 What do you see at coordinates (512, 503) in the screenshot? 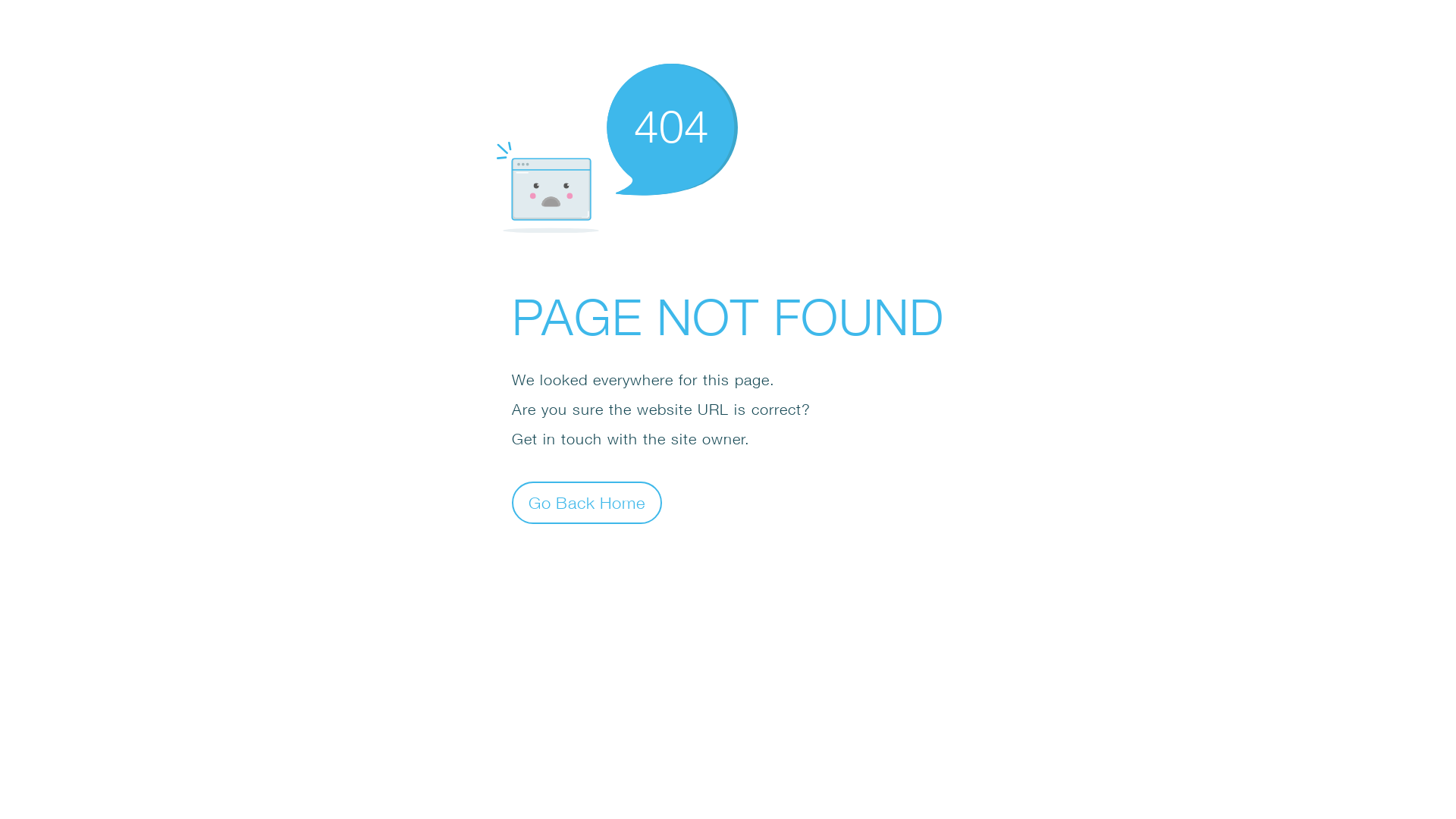
I see `'Go Back Home'` at bounding box center [512, 503].